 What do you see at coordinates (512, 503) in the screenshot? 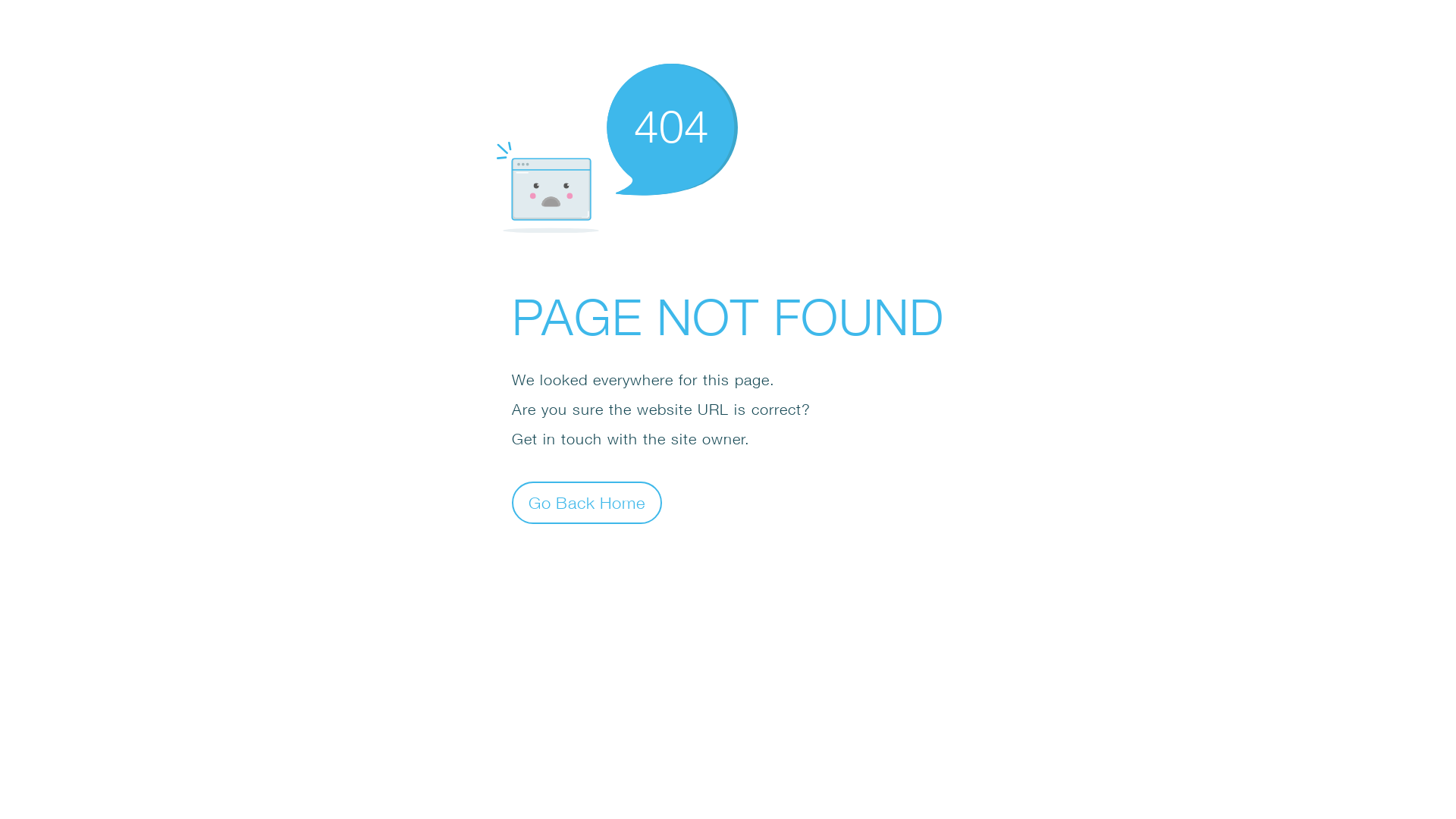
I see `'Go Back Home'` at bounding box center [512, 503].